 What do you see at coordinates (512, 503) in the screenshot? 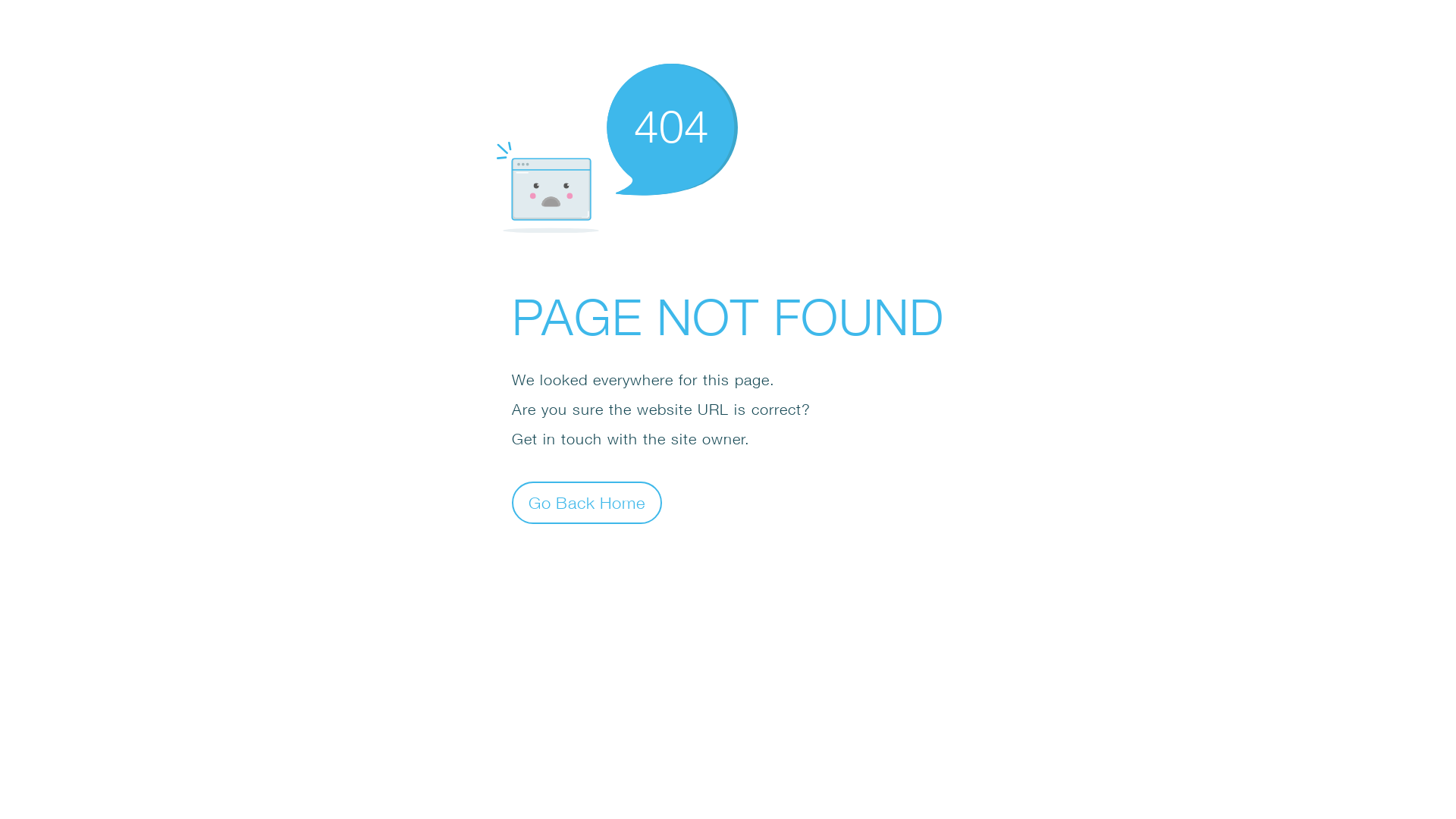
I see `'Go Back Home'` at bounding box center [512, 503].